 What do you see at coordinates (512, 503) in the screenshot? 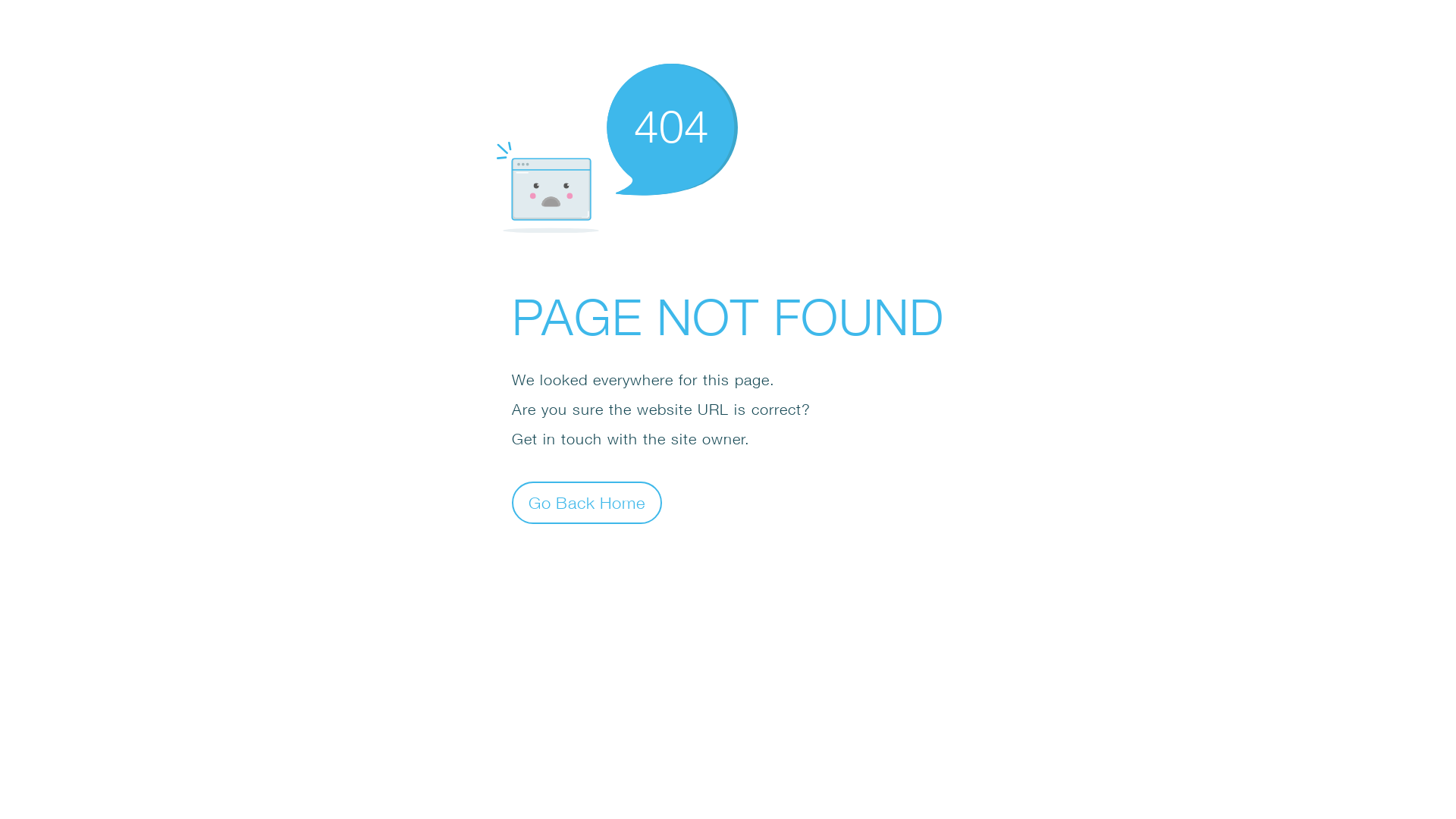
I see `'Go Back Home'` at bounding box center [512, 503].